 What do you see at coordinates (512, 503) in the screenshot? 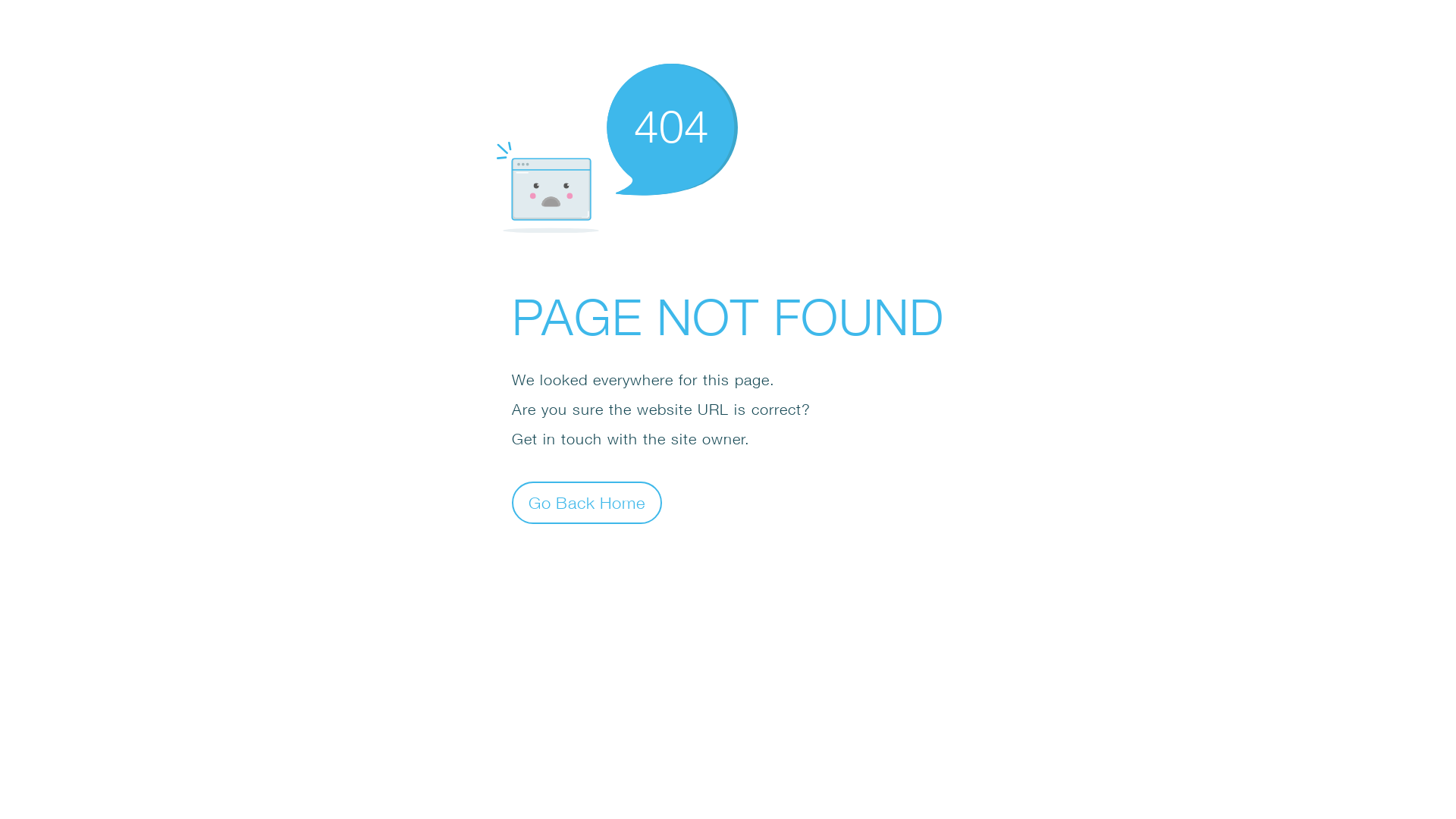
I see `'Go Back Home'` at bounding box center [512, 503].